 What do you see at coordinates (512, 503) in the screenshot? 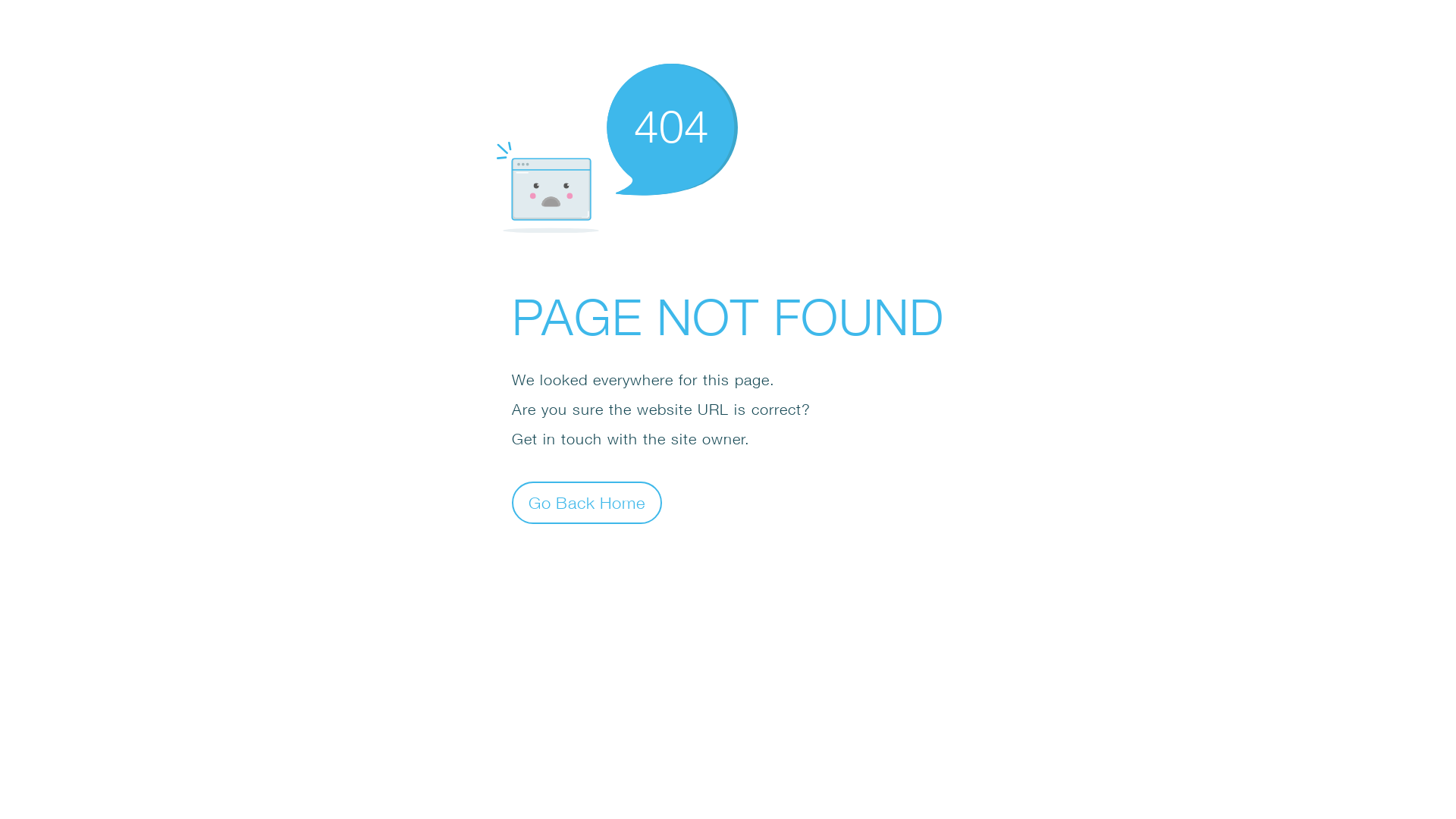
I see `'Go Back Home'` at bounding box center [512, 503].